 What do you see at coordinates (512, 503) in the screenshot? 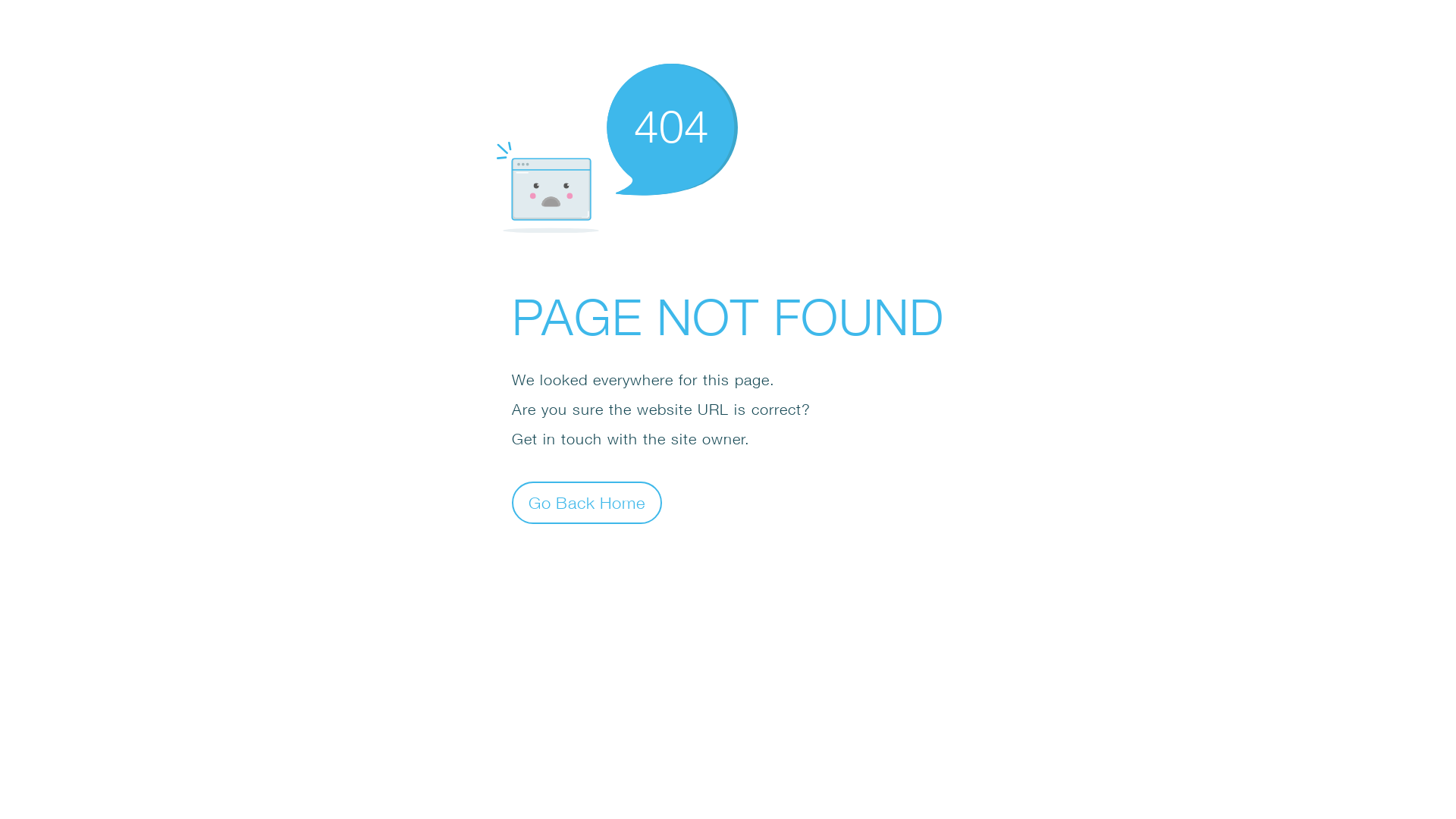
I see `'Go Back Home'` at bounding box center [512, 503].